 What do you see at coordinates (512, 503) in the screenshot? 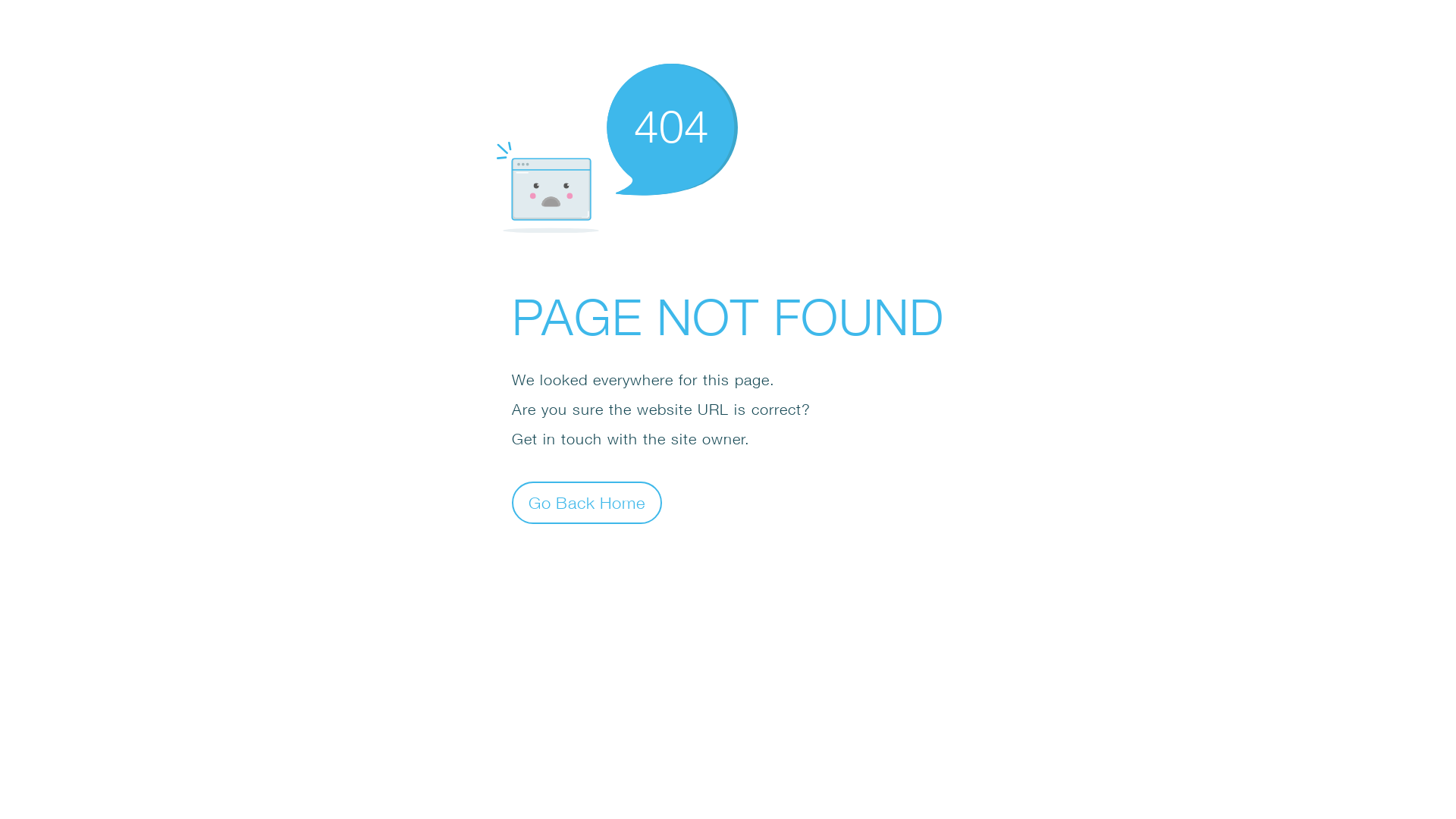
I see `'Go Back Home'` at bounding box center [512, 503].